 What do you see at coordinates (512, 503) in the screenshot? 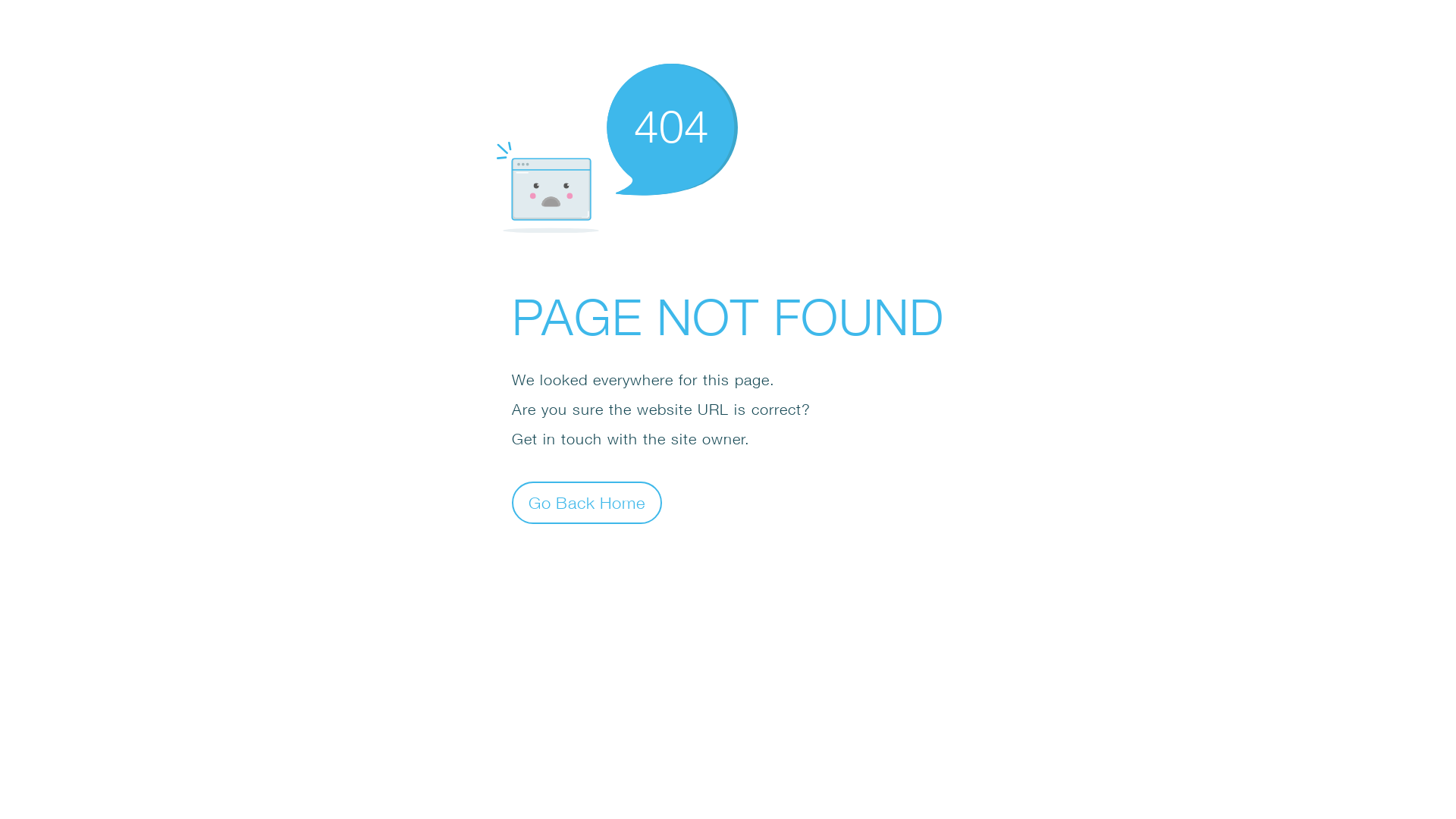
I see `'Go Back Home'` at bounding box center [512, 503].